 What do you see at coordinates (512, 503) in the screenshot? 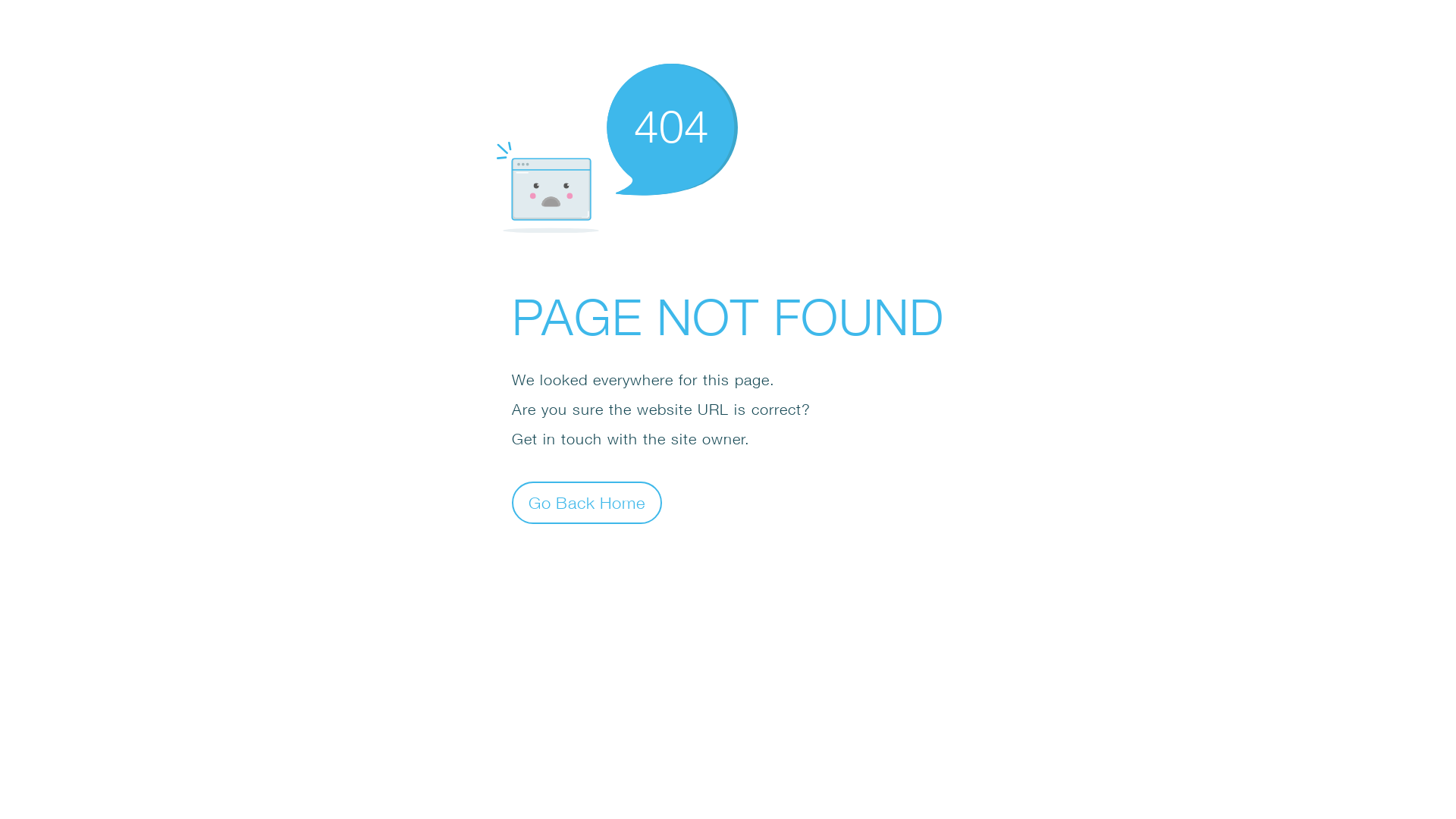
I see `'Go Back Home'` at bounding box center [512, 503].